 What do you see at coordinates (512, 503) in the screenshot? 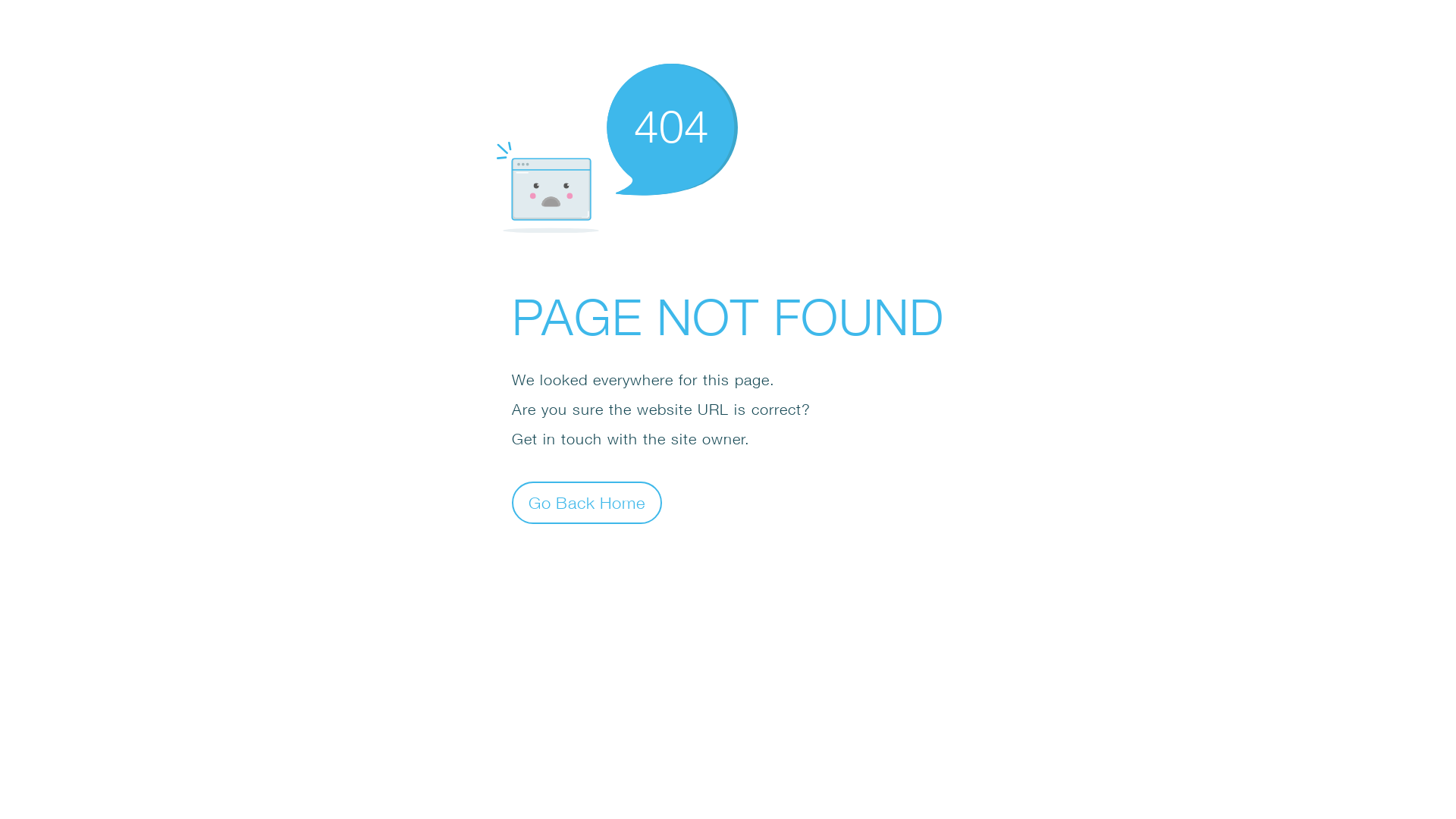
I see `'Go Back Home'` at bounding box center [512, 503].